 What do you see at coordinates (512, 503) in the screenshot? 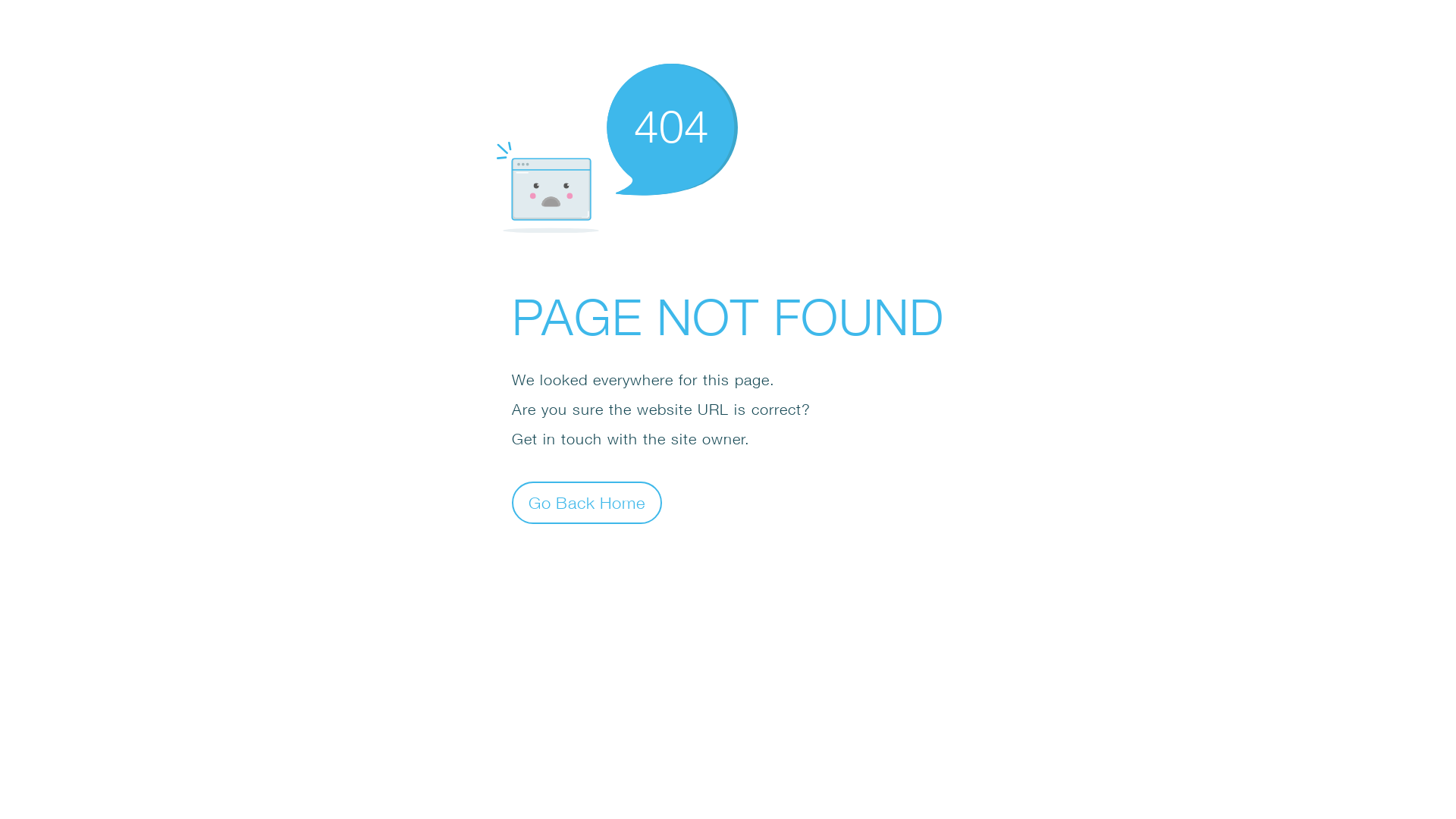
I see `'Go Back Home'` at bounding box center [512, 503].